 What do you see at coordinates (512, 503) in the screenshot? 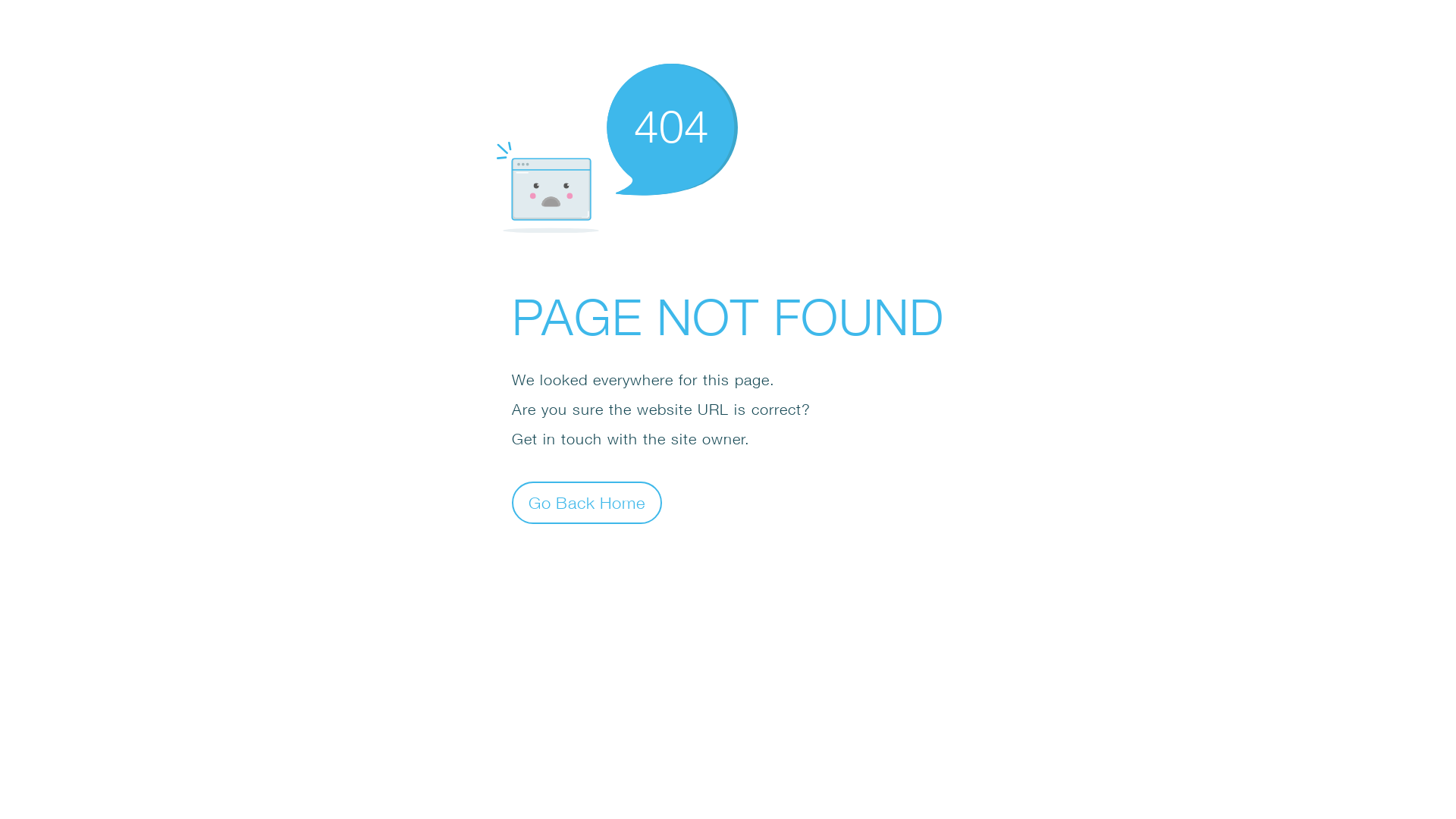
I see `'Go Back Home'` at bounding box center [512, 503].